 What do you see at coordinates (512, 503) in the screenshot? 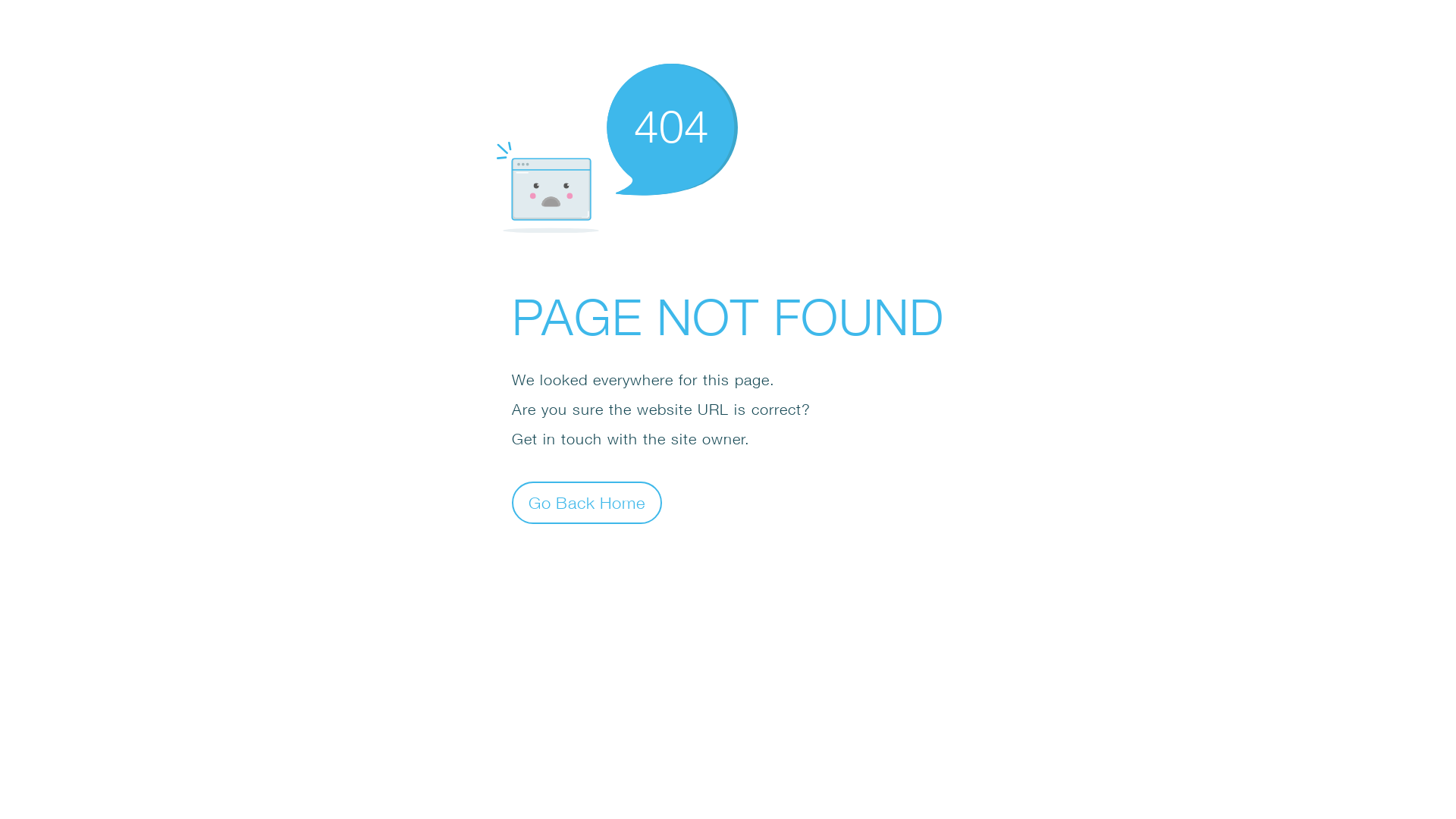
I see `'Go Back Home'` at bounding box center [512, 503].